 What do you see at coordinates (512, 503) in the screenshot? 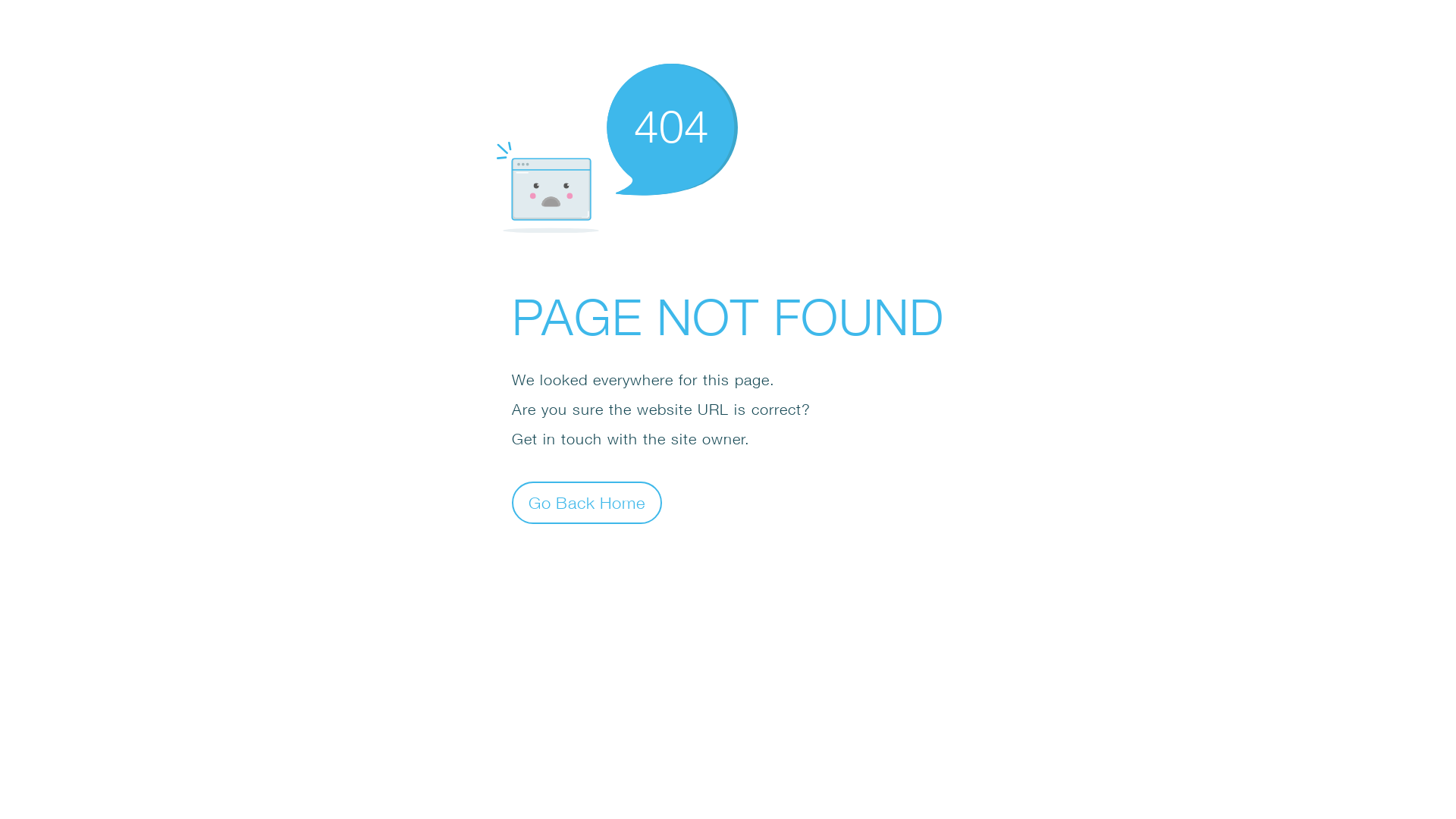
I see `'Go Back Home'` at bounding box center [512, 503].